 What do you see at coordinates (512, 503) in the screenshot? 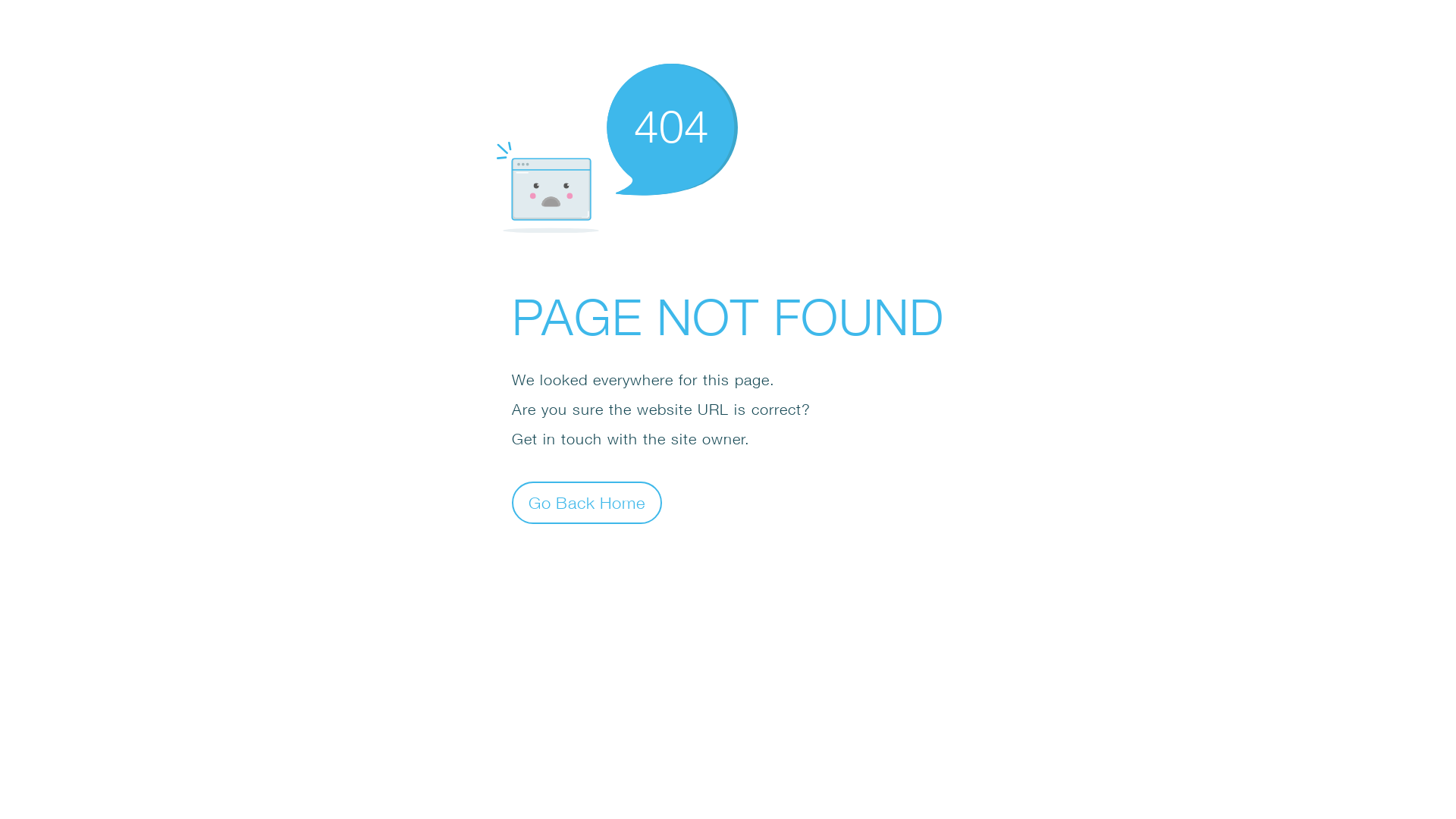
I see `'Go Back Home'` at bounding box center [512, 503].